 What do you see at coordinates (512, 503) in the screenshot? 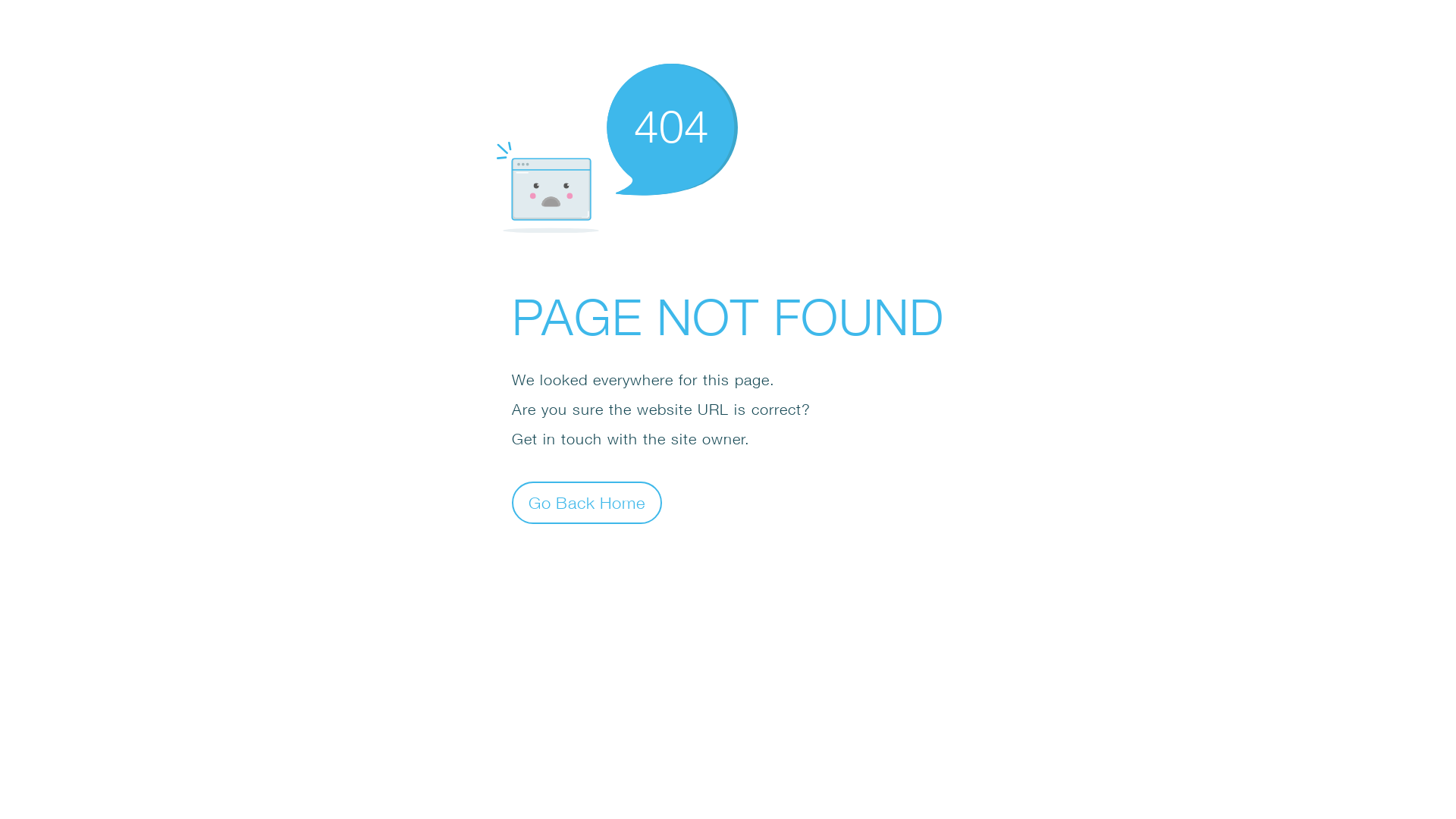
I see `'Go Back Home'` at bounding box center [512, 503].